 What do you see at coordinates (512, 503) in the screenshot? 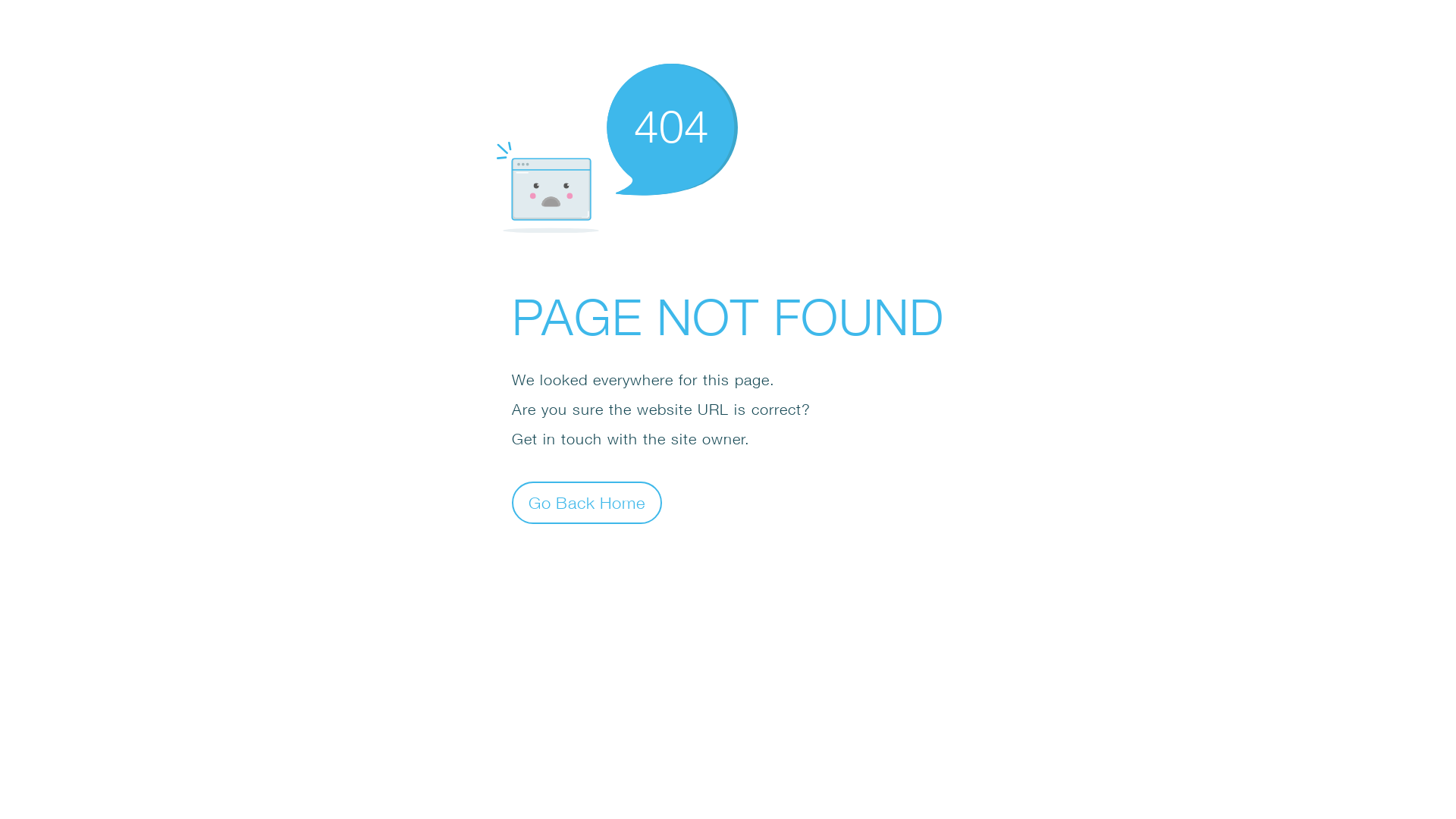
I see `'Go Back Home'` at bounding box center [512, 503].